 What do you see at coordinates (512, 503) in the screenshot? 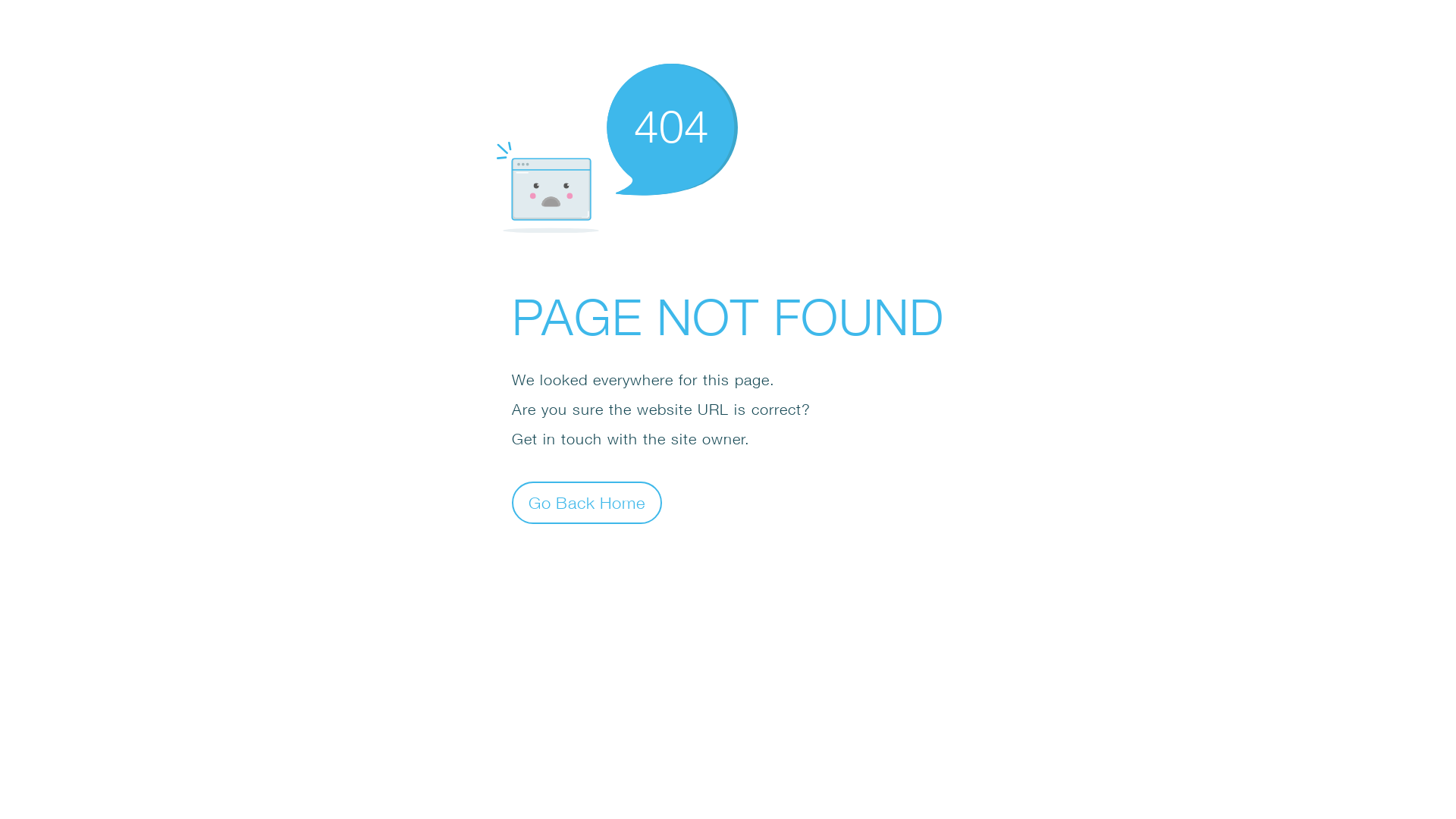
I see `'Go Back Home'` at bounding box center [512, 503].